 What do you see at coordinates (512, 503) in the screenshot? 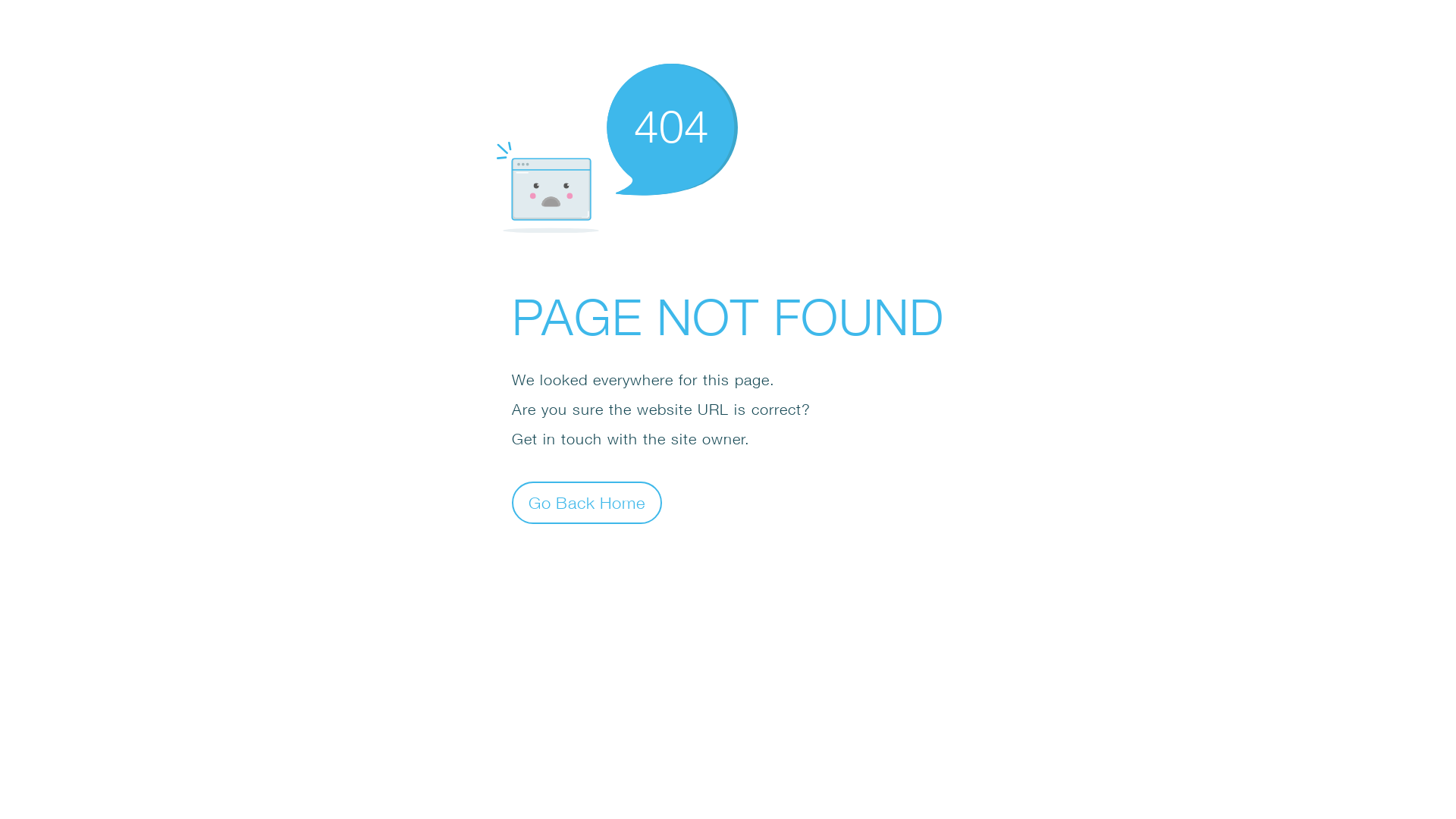
I see `'Go Back Home'` at bounding box center [512, 503].